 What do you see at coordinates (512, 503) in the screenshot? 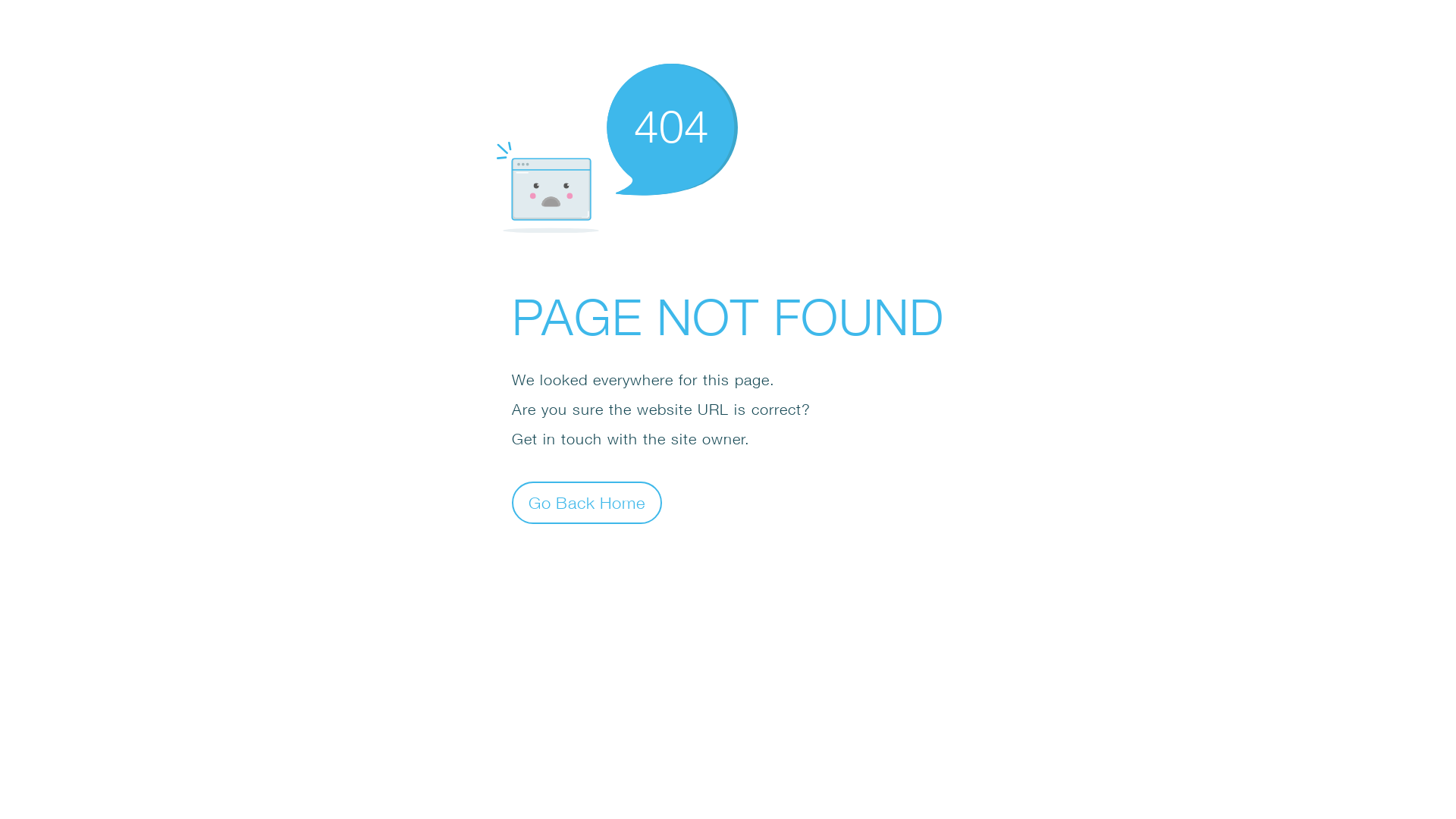
I see `'Go Back Home'` at bounding box center [512, 503].